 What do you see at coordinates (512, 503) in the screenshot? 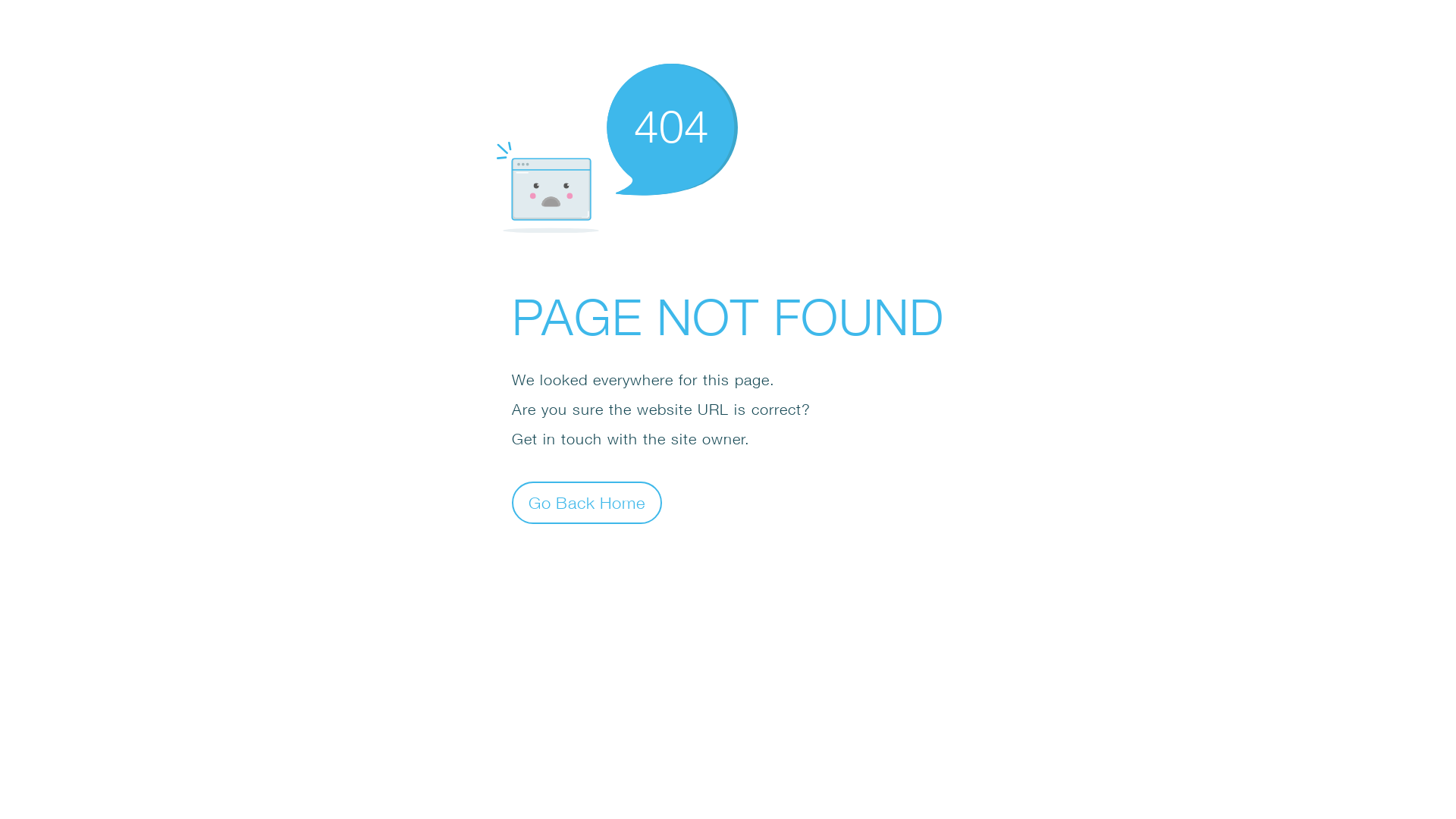
I see `'Go Back Home'` at bounding box center [512, 503].